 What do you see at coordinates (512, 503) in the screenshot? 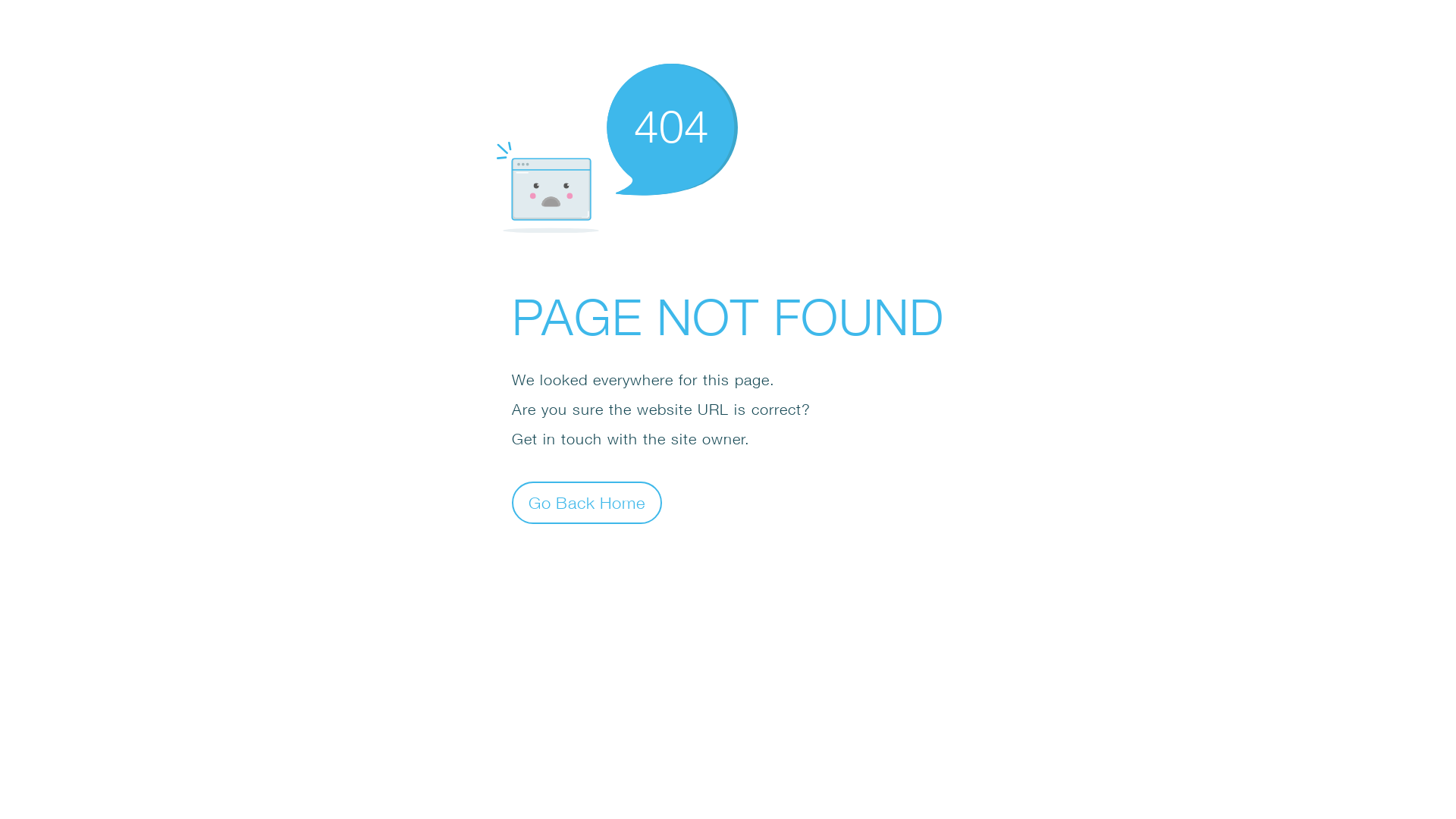
I see `'Go Back Home'` at bounding box center [512, 503].